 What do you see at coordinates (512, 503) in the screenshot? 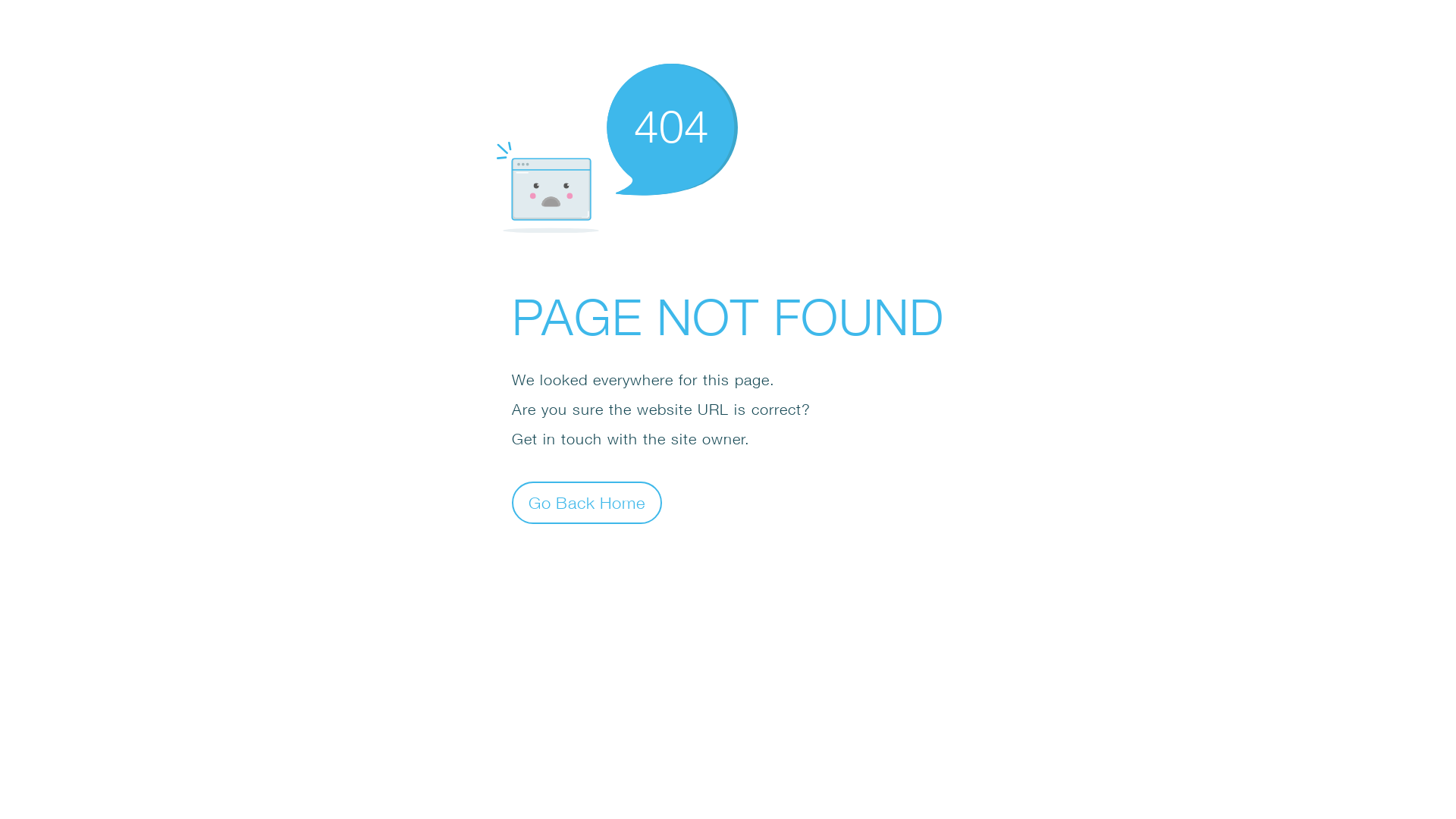
I see `'Go Back Home'` at bounding box center [512, 503].